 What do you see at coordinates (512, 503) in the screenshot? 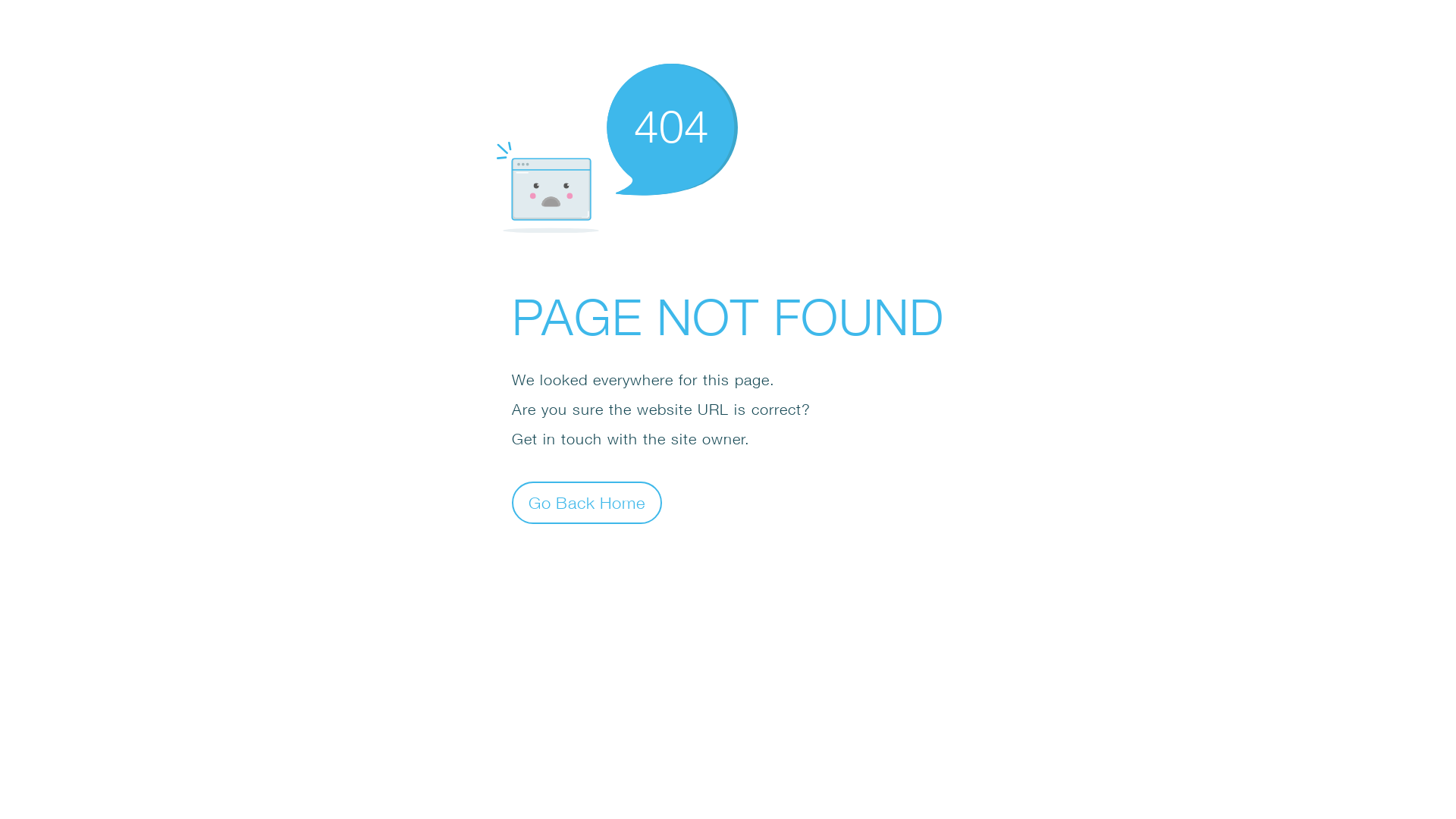
I see `'Go Back Home'` at bounding box center [512, 503].